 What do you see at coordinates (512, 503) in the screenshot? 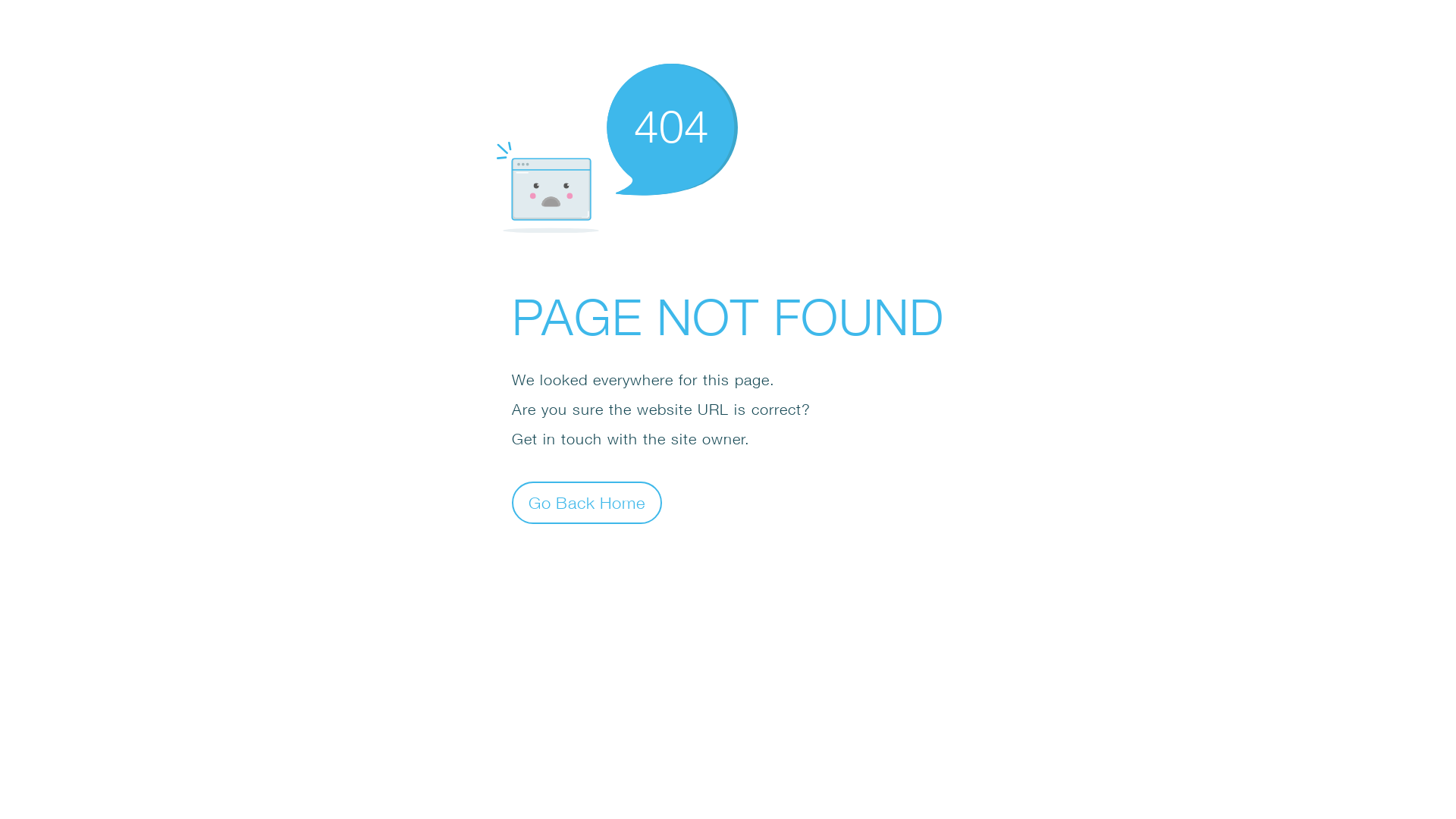
I see `'Go Back Home'` at bounding box center [512, 503].